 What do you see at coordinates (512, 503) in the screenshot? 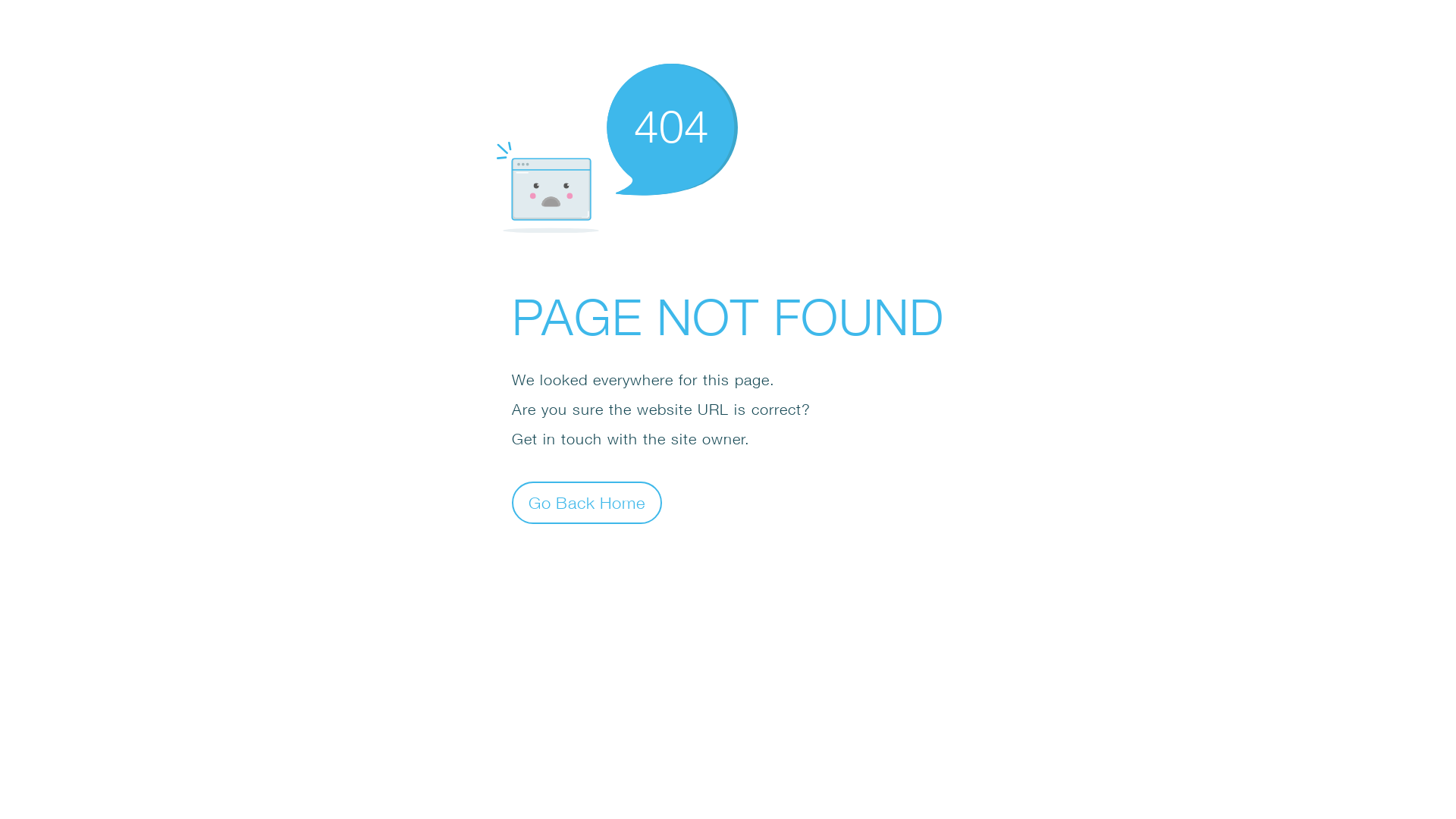
I see `'Go Back Home'` at bounding box center [512, 503].